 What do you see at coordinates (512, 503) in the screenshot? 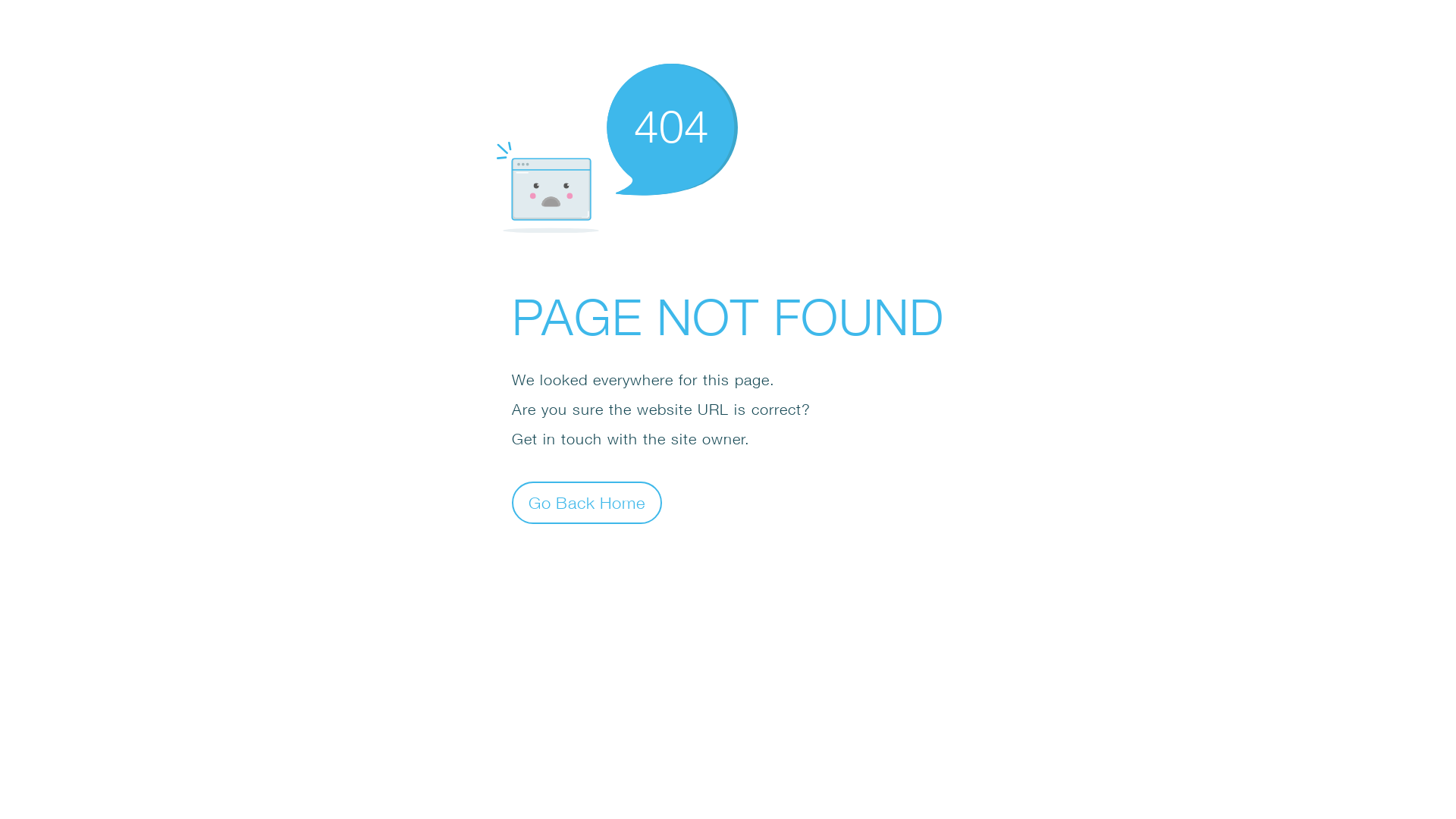
I see `'Go Back Home'` at bounding box center [512, 503].